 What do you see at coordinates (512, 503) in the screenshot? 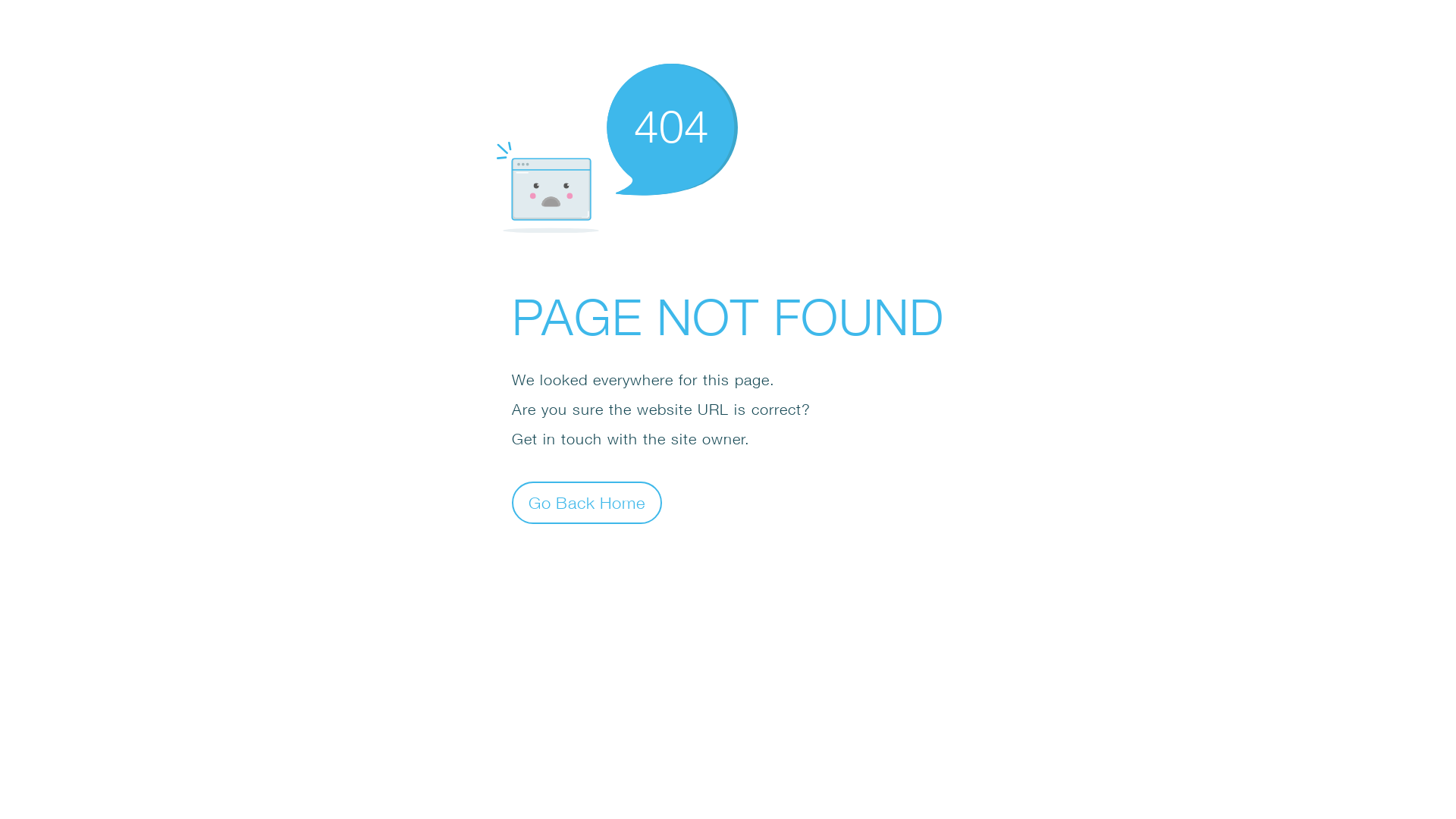
I see `'Go Back Home'` at bounding box center [512, 503].